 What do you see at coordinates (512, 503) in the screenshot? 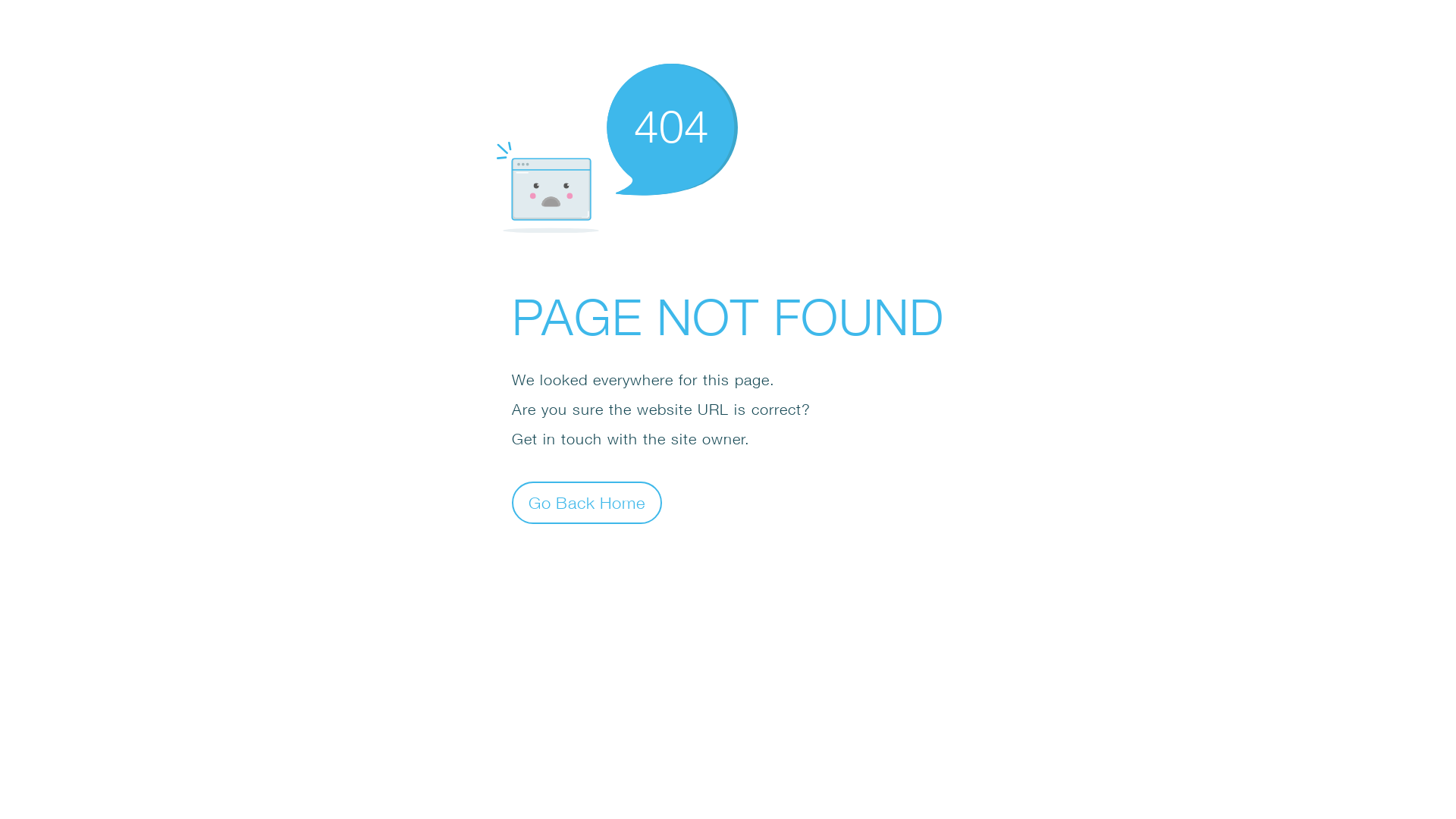
I see `'Go Back Home'` at bounding box center [512, 503].